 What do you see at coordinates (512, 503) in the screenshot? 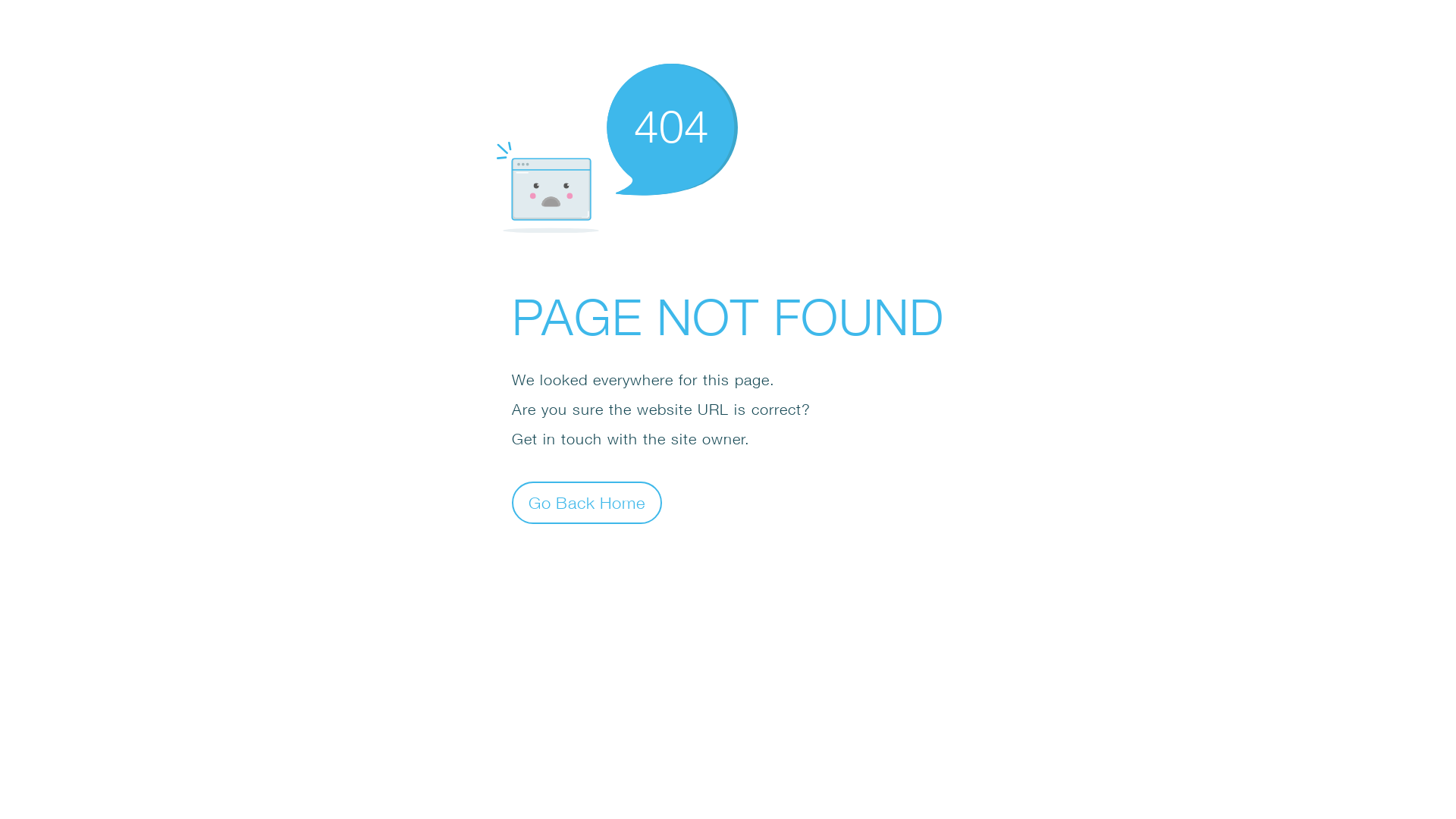
I see `'Go Back Home'` at bounding box center [512, 503].